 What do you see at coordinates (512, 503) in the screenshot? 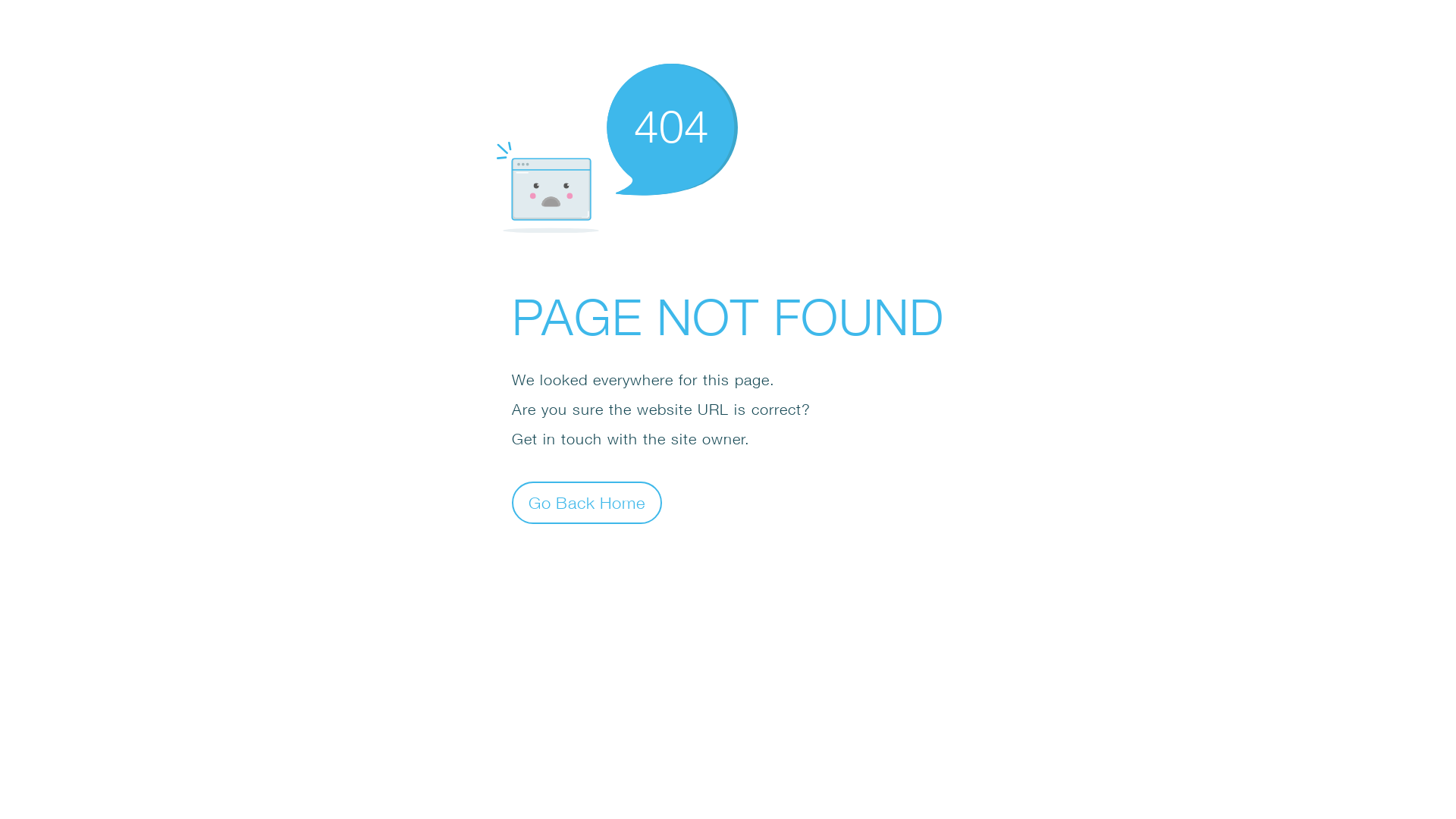
I see `'Go Back Home'` at bounding box center [512, 503].